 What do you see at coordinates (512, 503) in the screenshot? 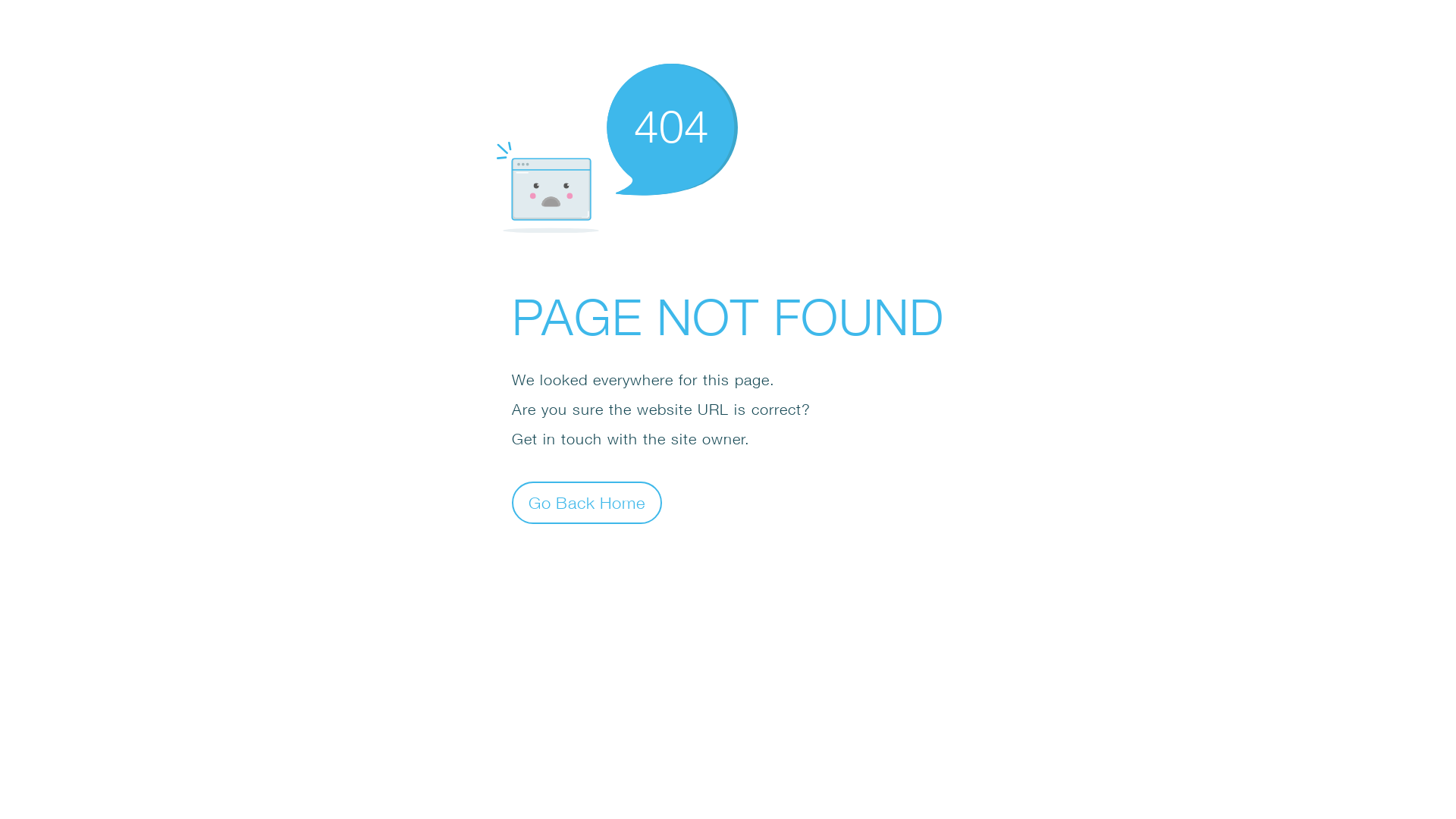
I see `'Go Back Home'` at bounding box center [512, 503].